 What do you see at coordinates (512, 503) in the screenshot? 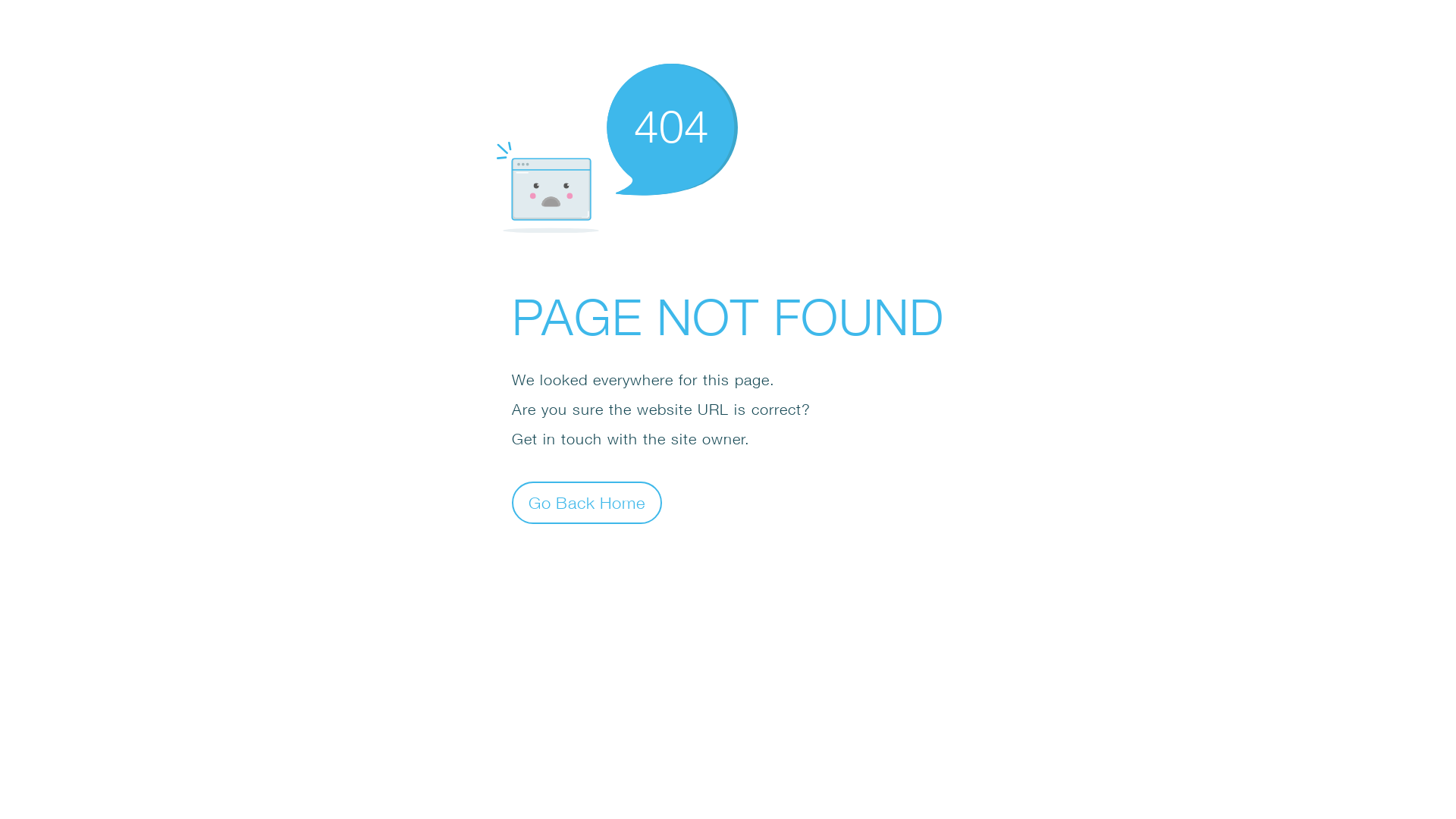
I see `'Go Back Home'` at bounding box center [512, 503].